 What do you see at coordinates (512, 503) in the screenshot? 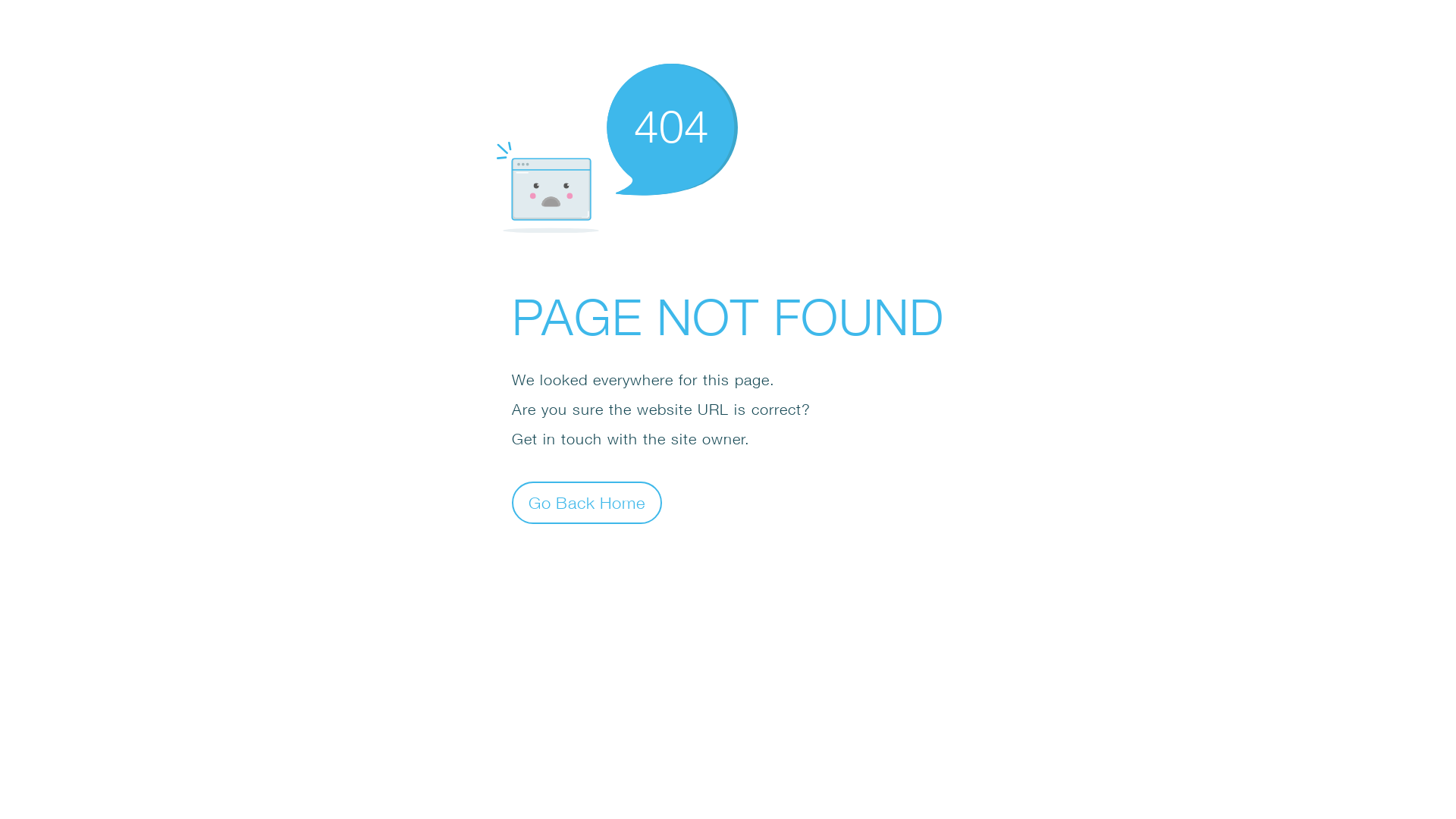
I see `'Go Back Home'` at bounding box center [512, 503].